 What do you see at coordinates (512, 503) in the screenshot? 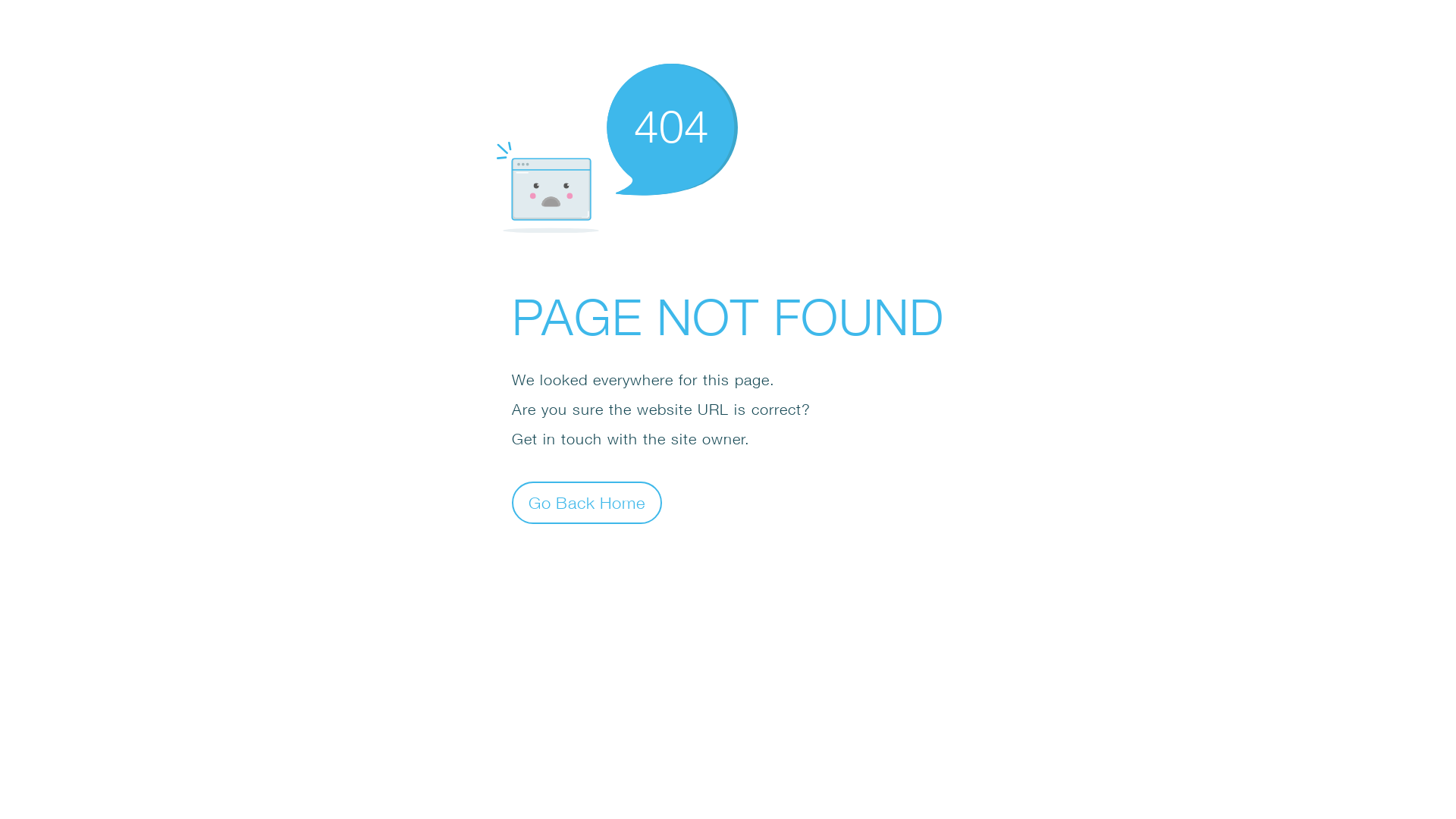
I see `'Go Back Home'` at bounding box center [512, 503].